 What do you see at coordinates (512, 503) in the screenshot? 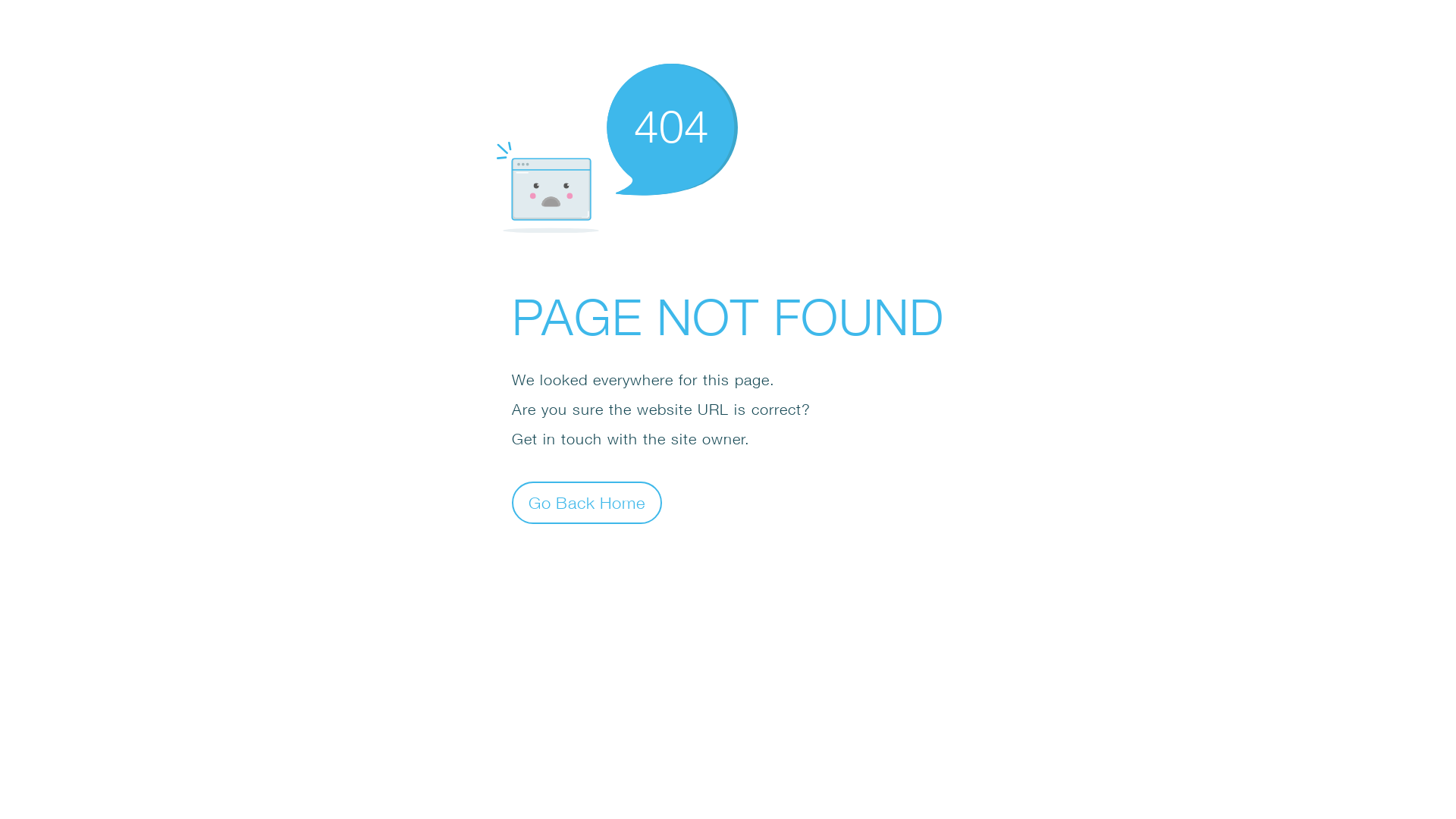
I see `'Go Back Home'` at bounding box center [512, 503].